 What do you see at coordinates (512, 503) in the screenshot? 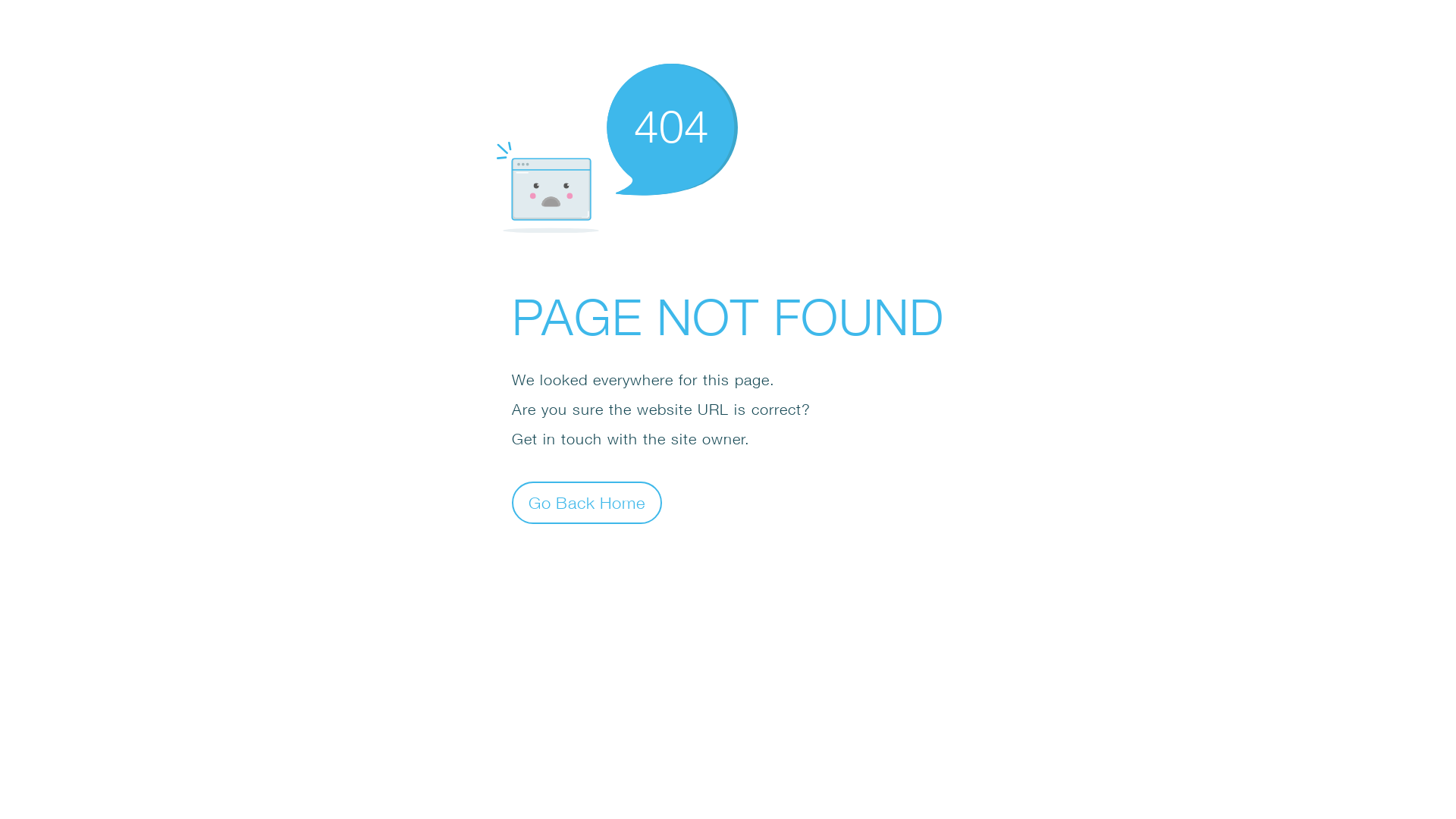
I see `'Go Back Home'` at bounding box center [512, 503].